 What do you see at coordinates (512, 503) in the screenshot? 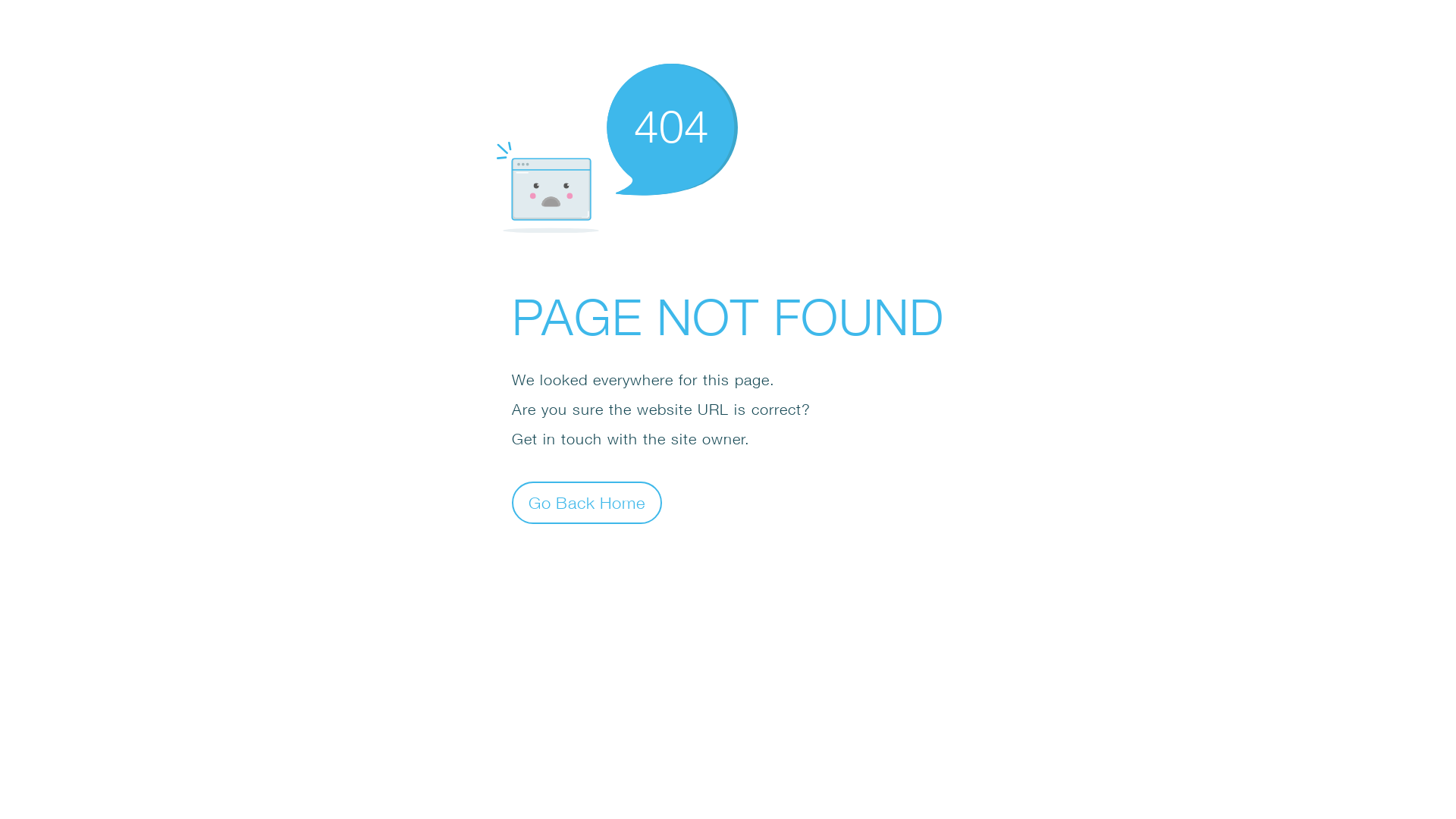
I see `'Go Back Home'` at bounding box center [512, 503].